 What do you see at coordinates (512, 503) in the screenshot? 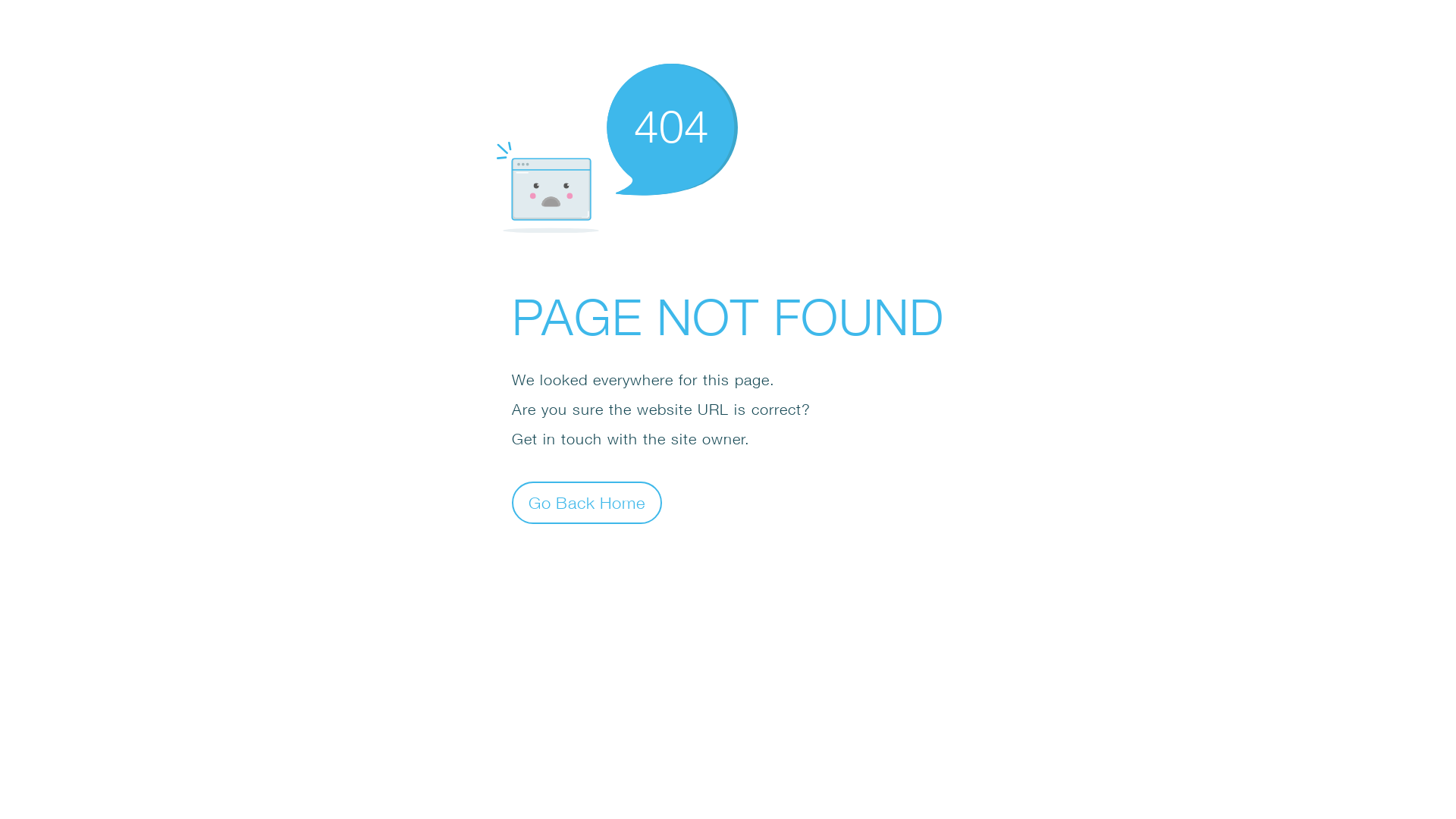
I see `'Go Back Home'` at bounding box center [512, 503].